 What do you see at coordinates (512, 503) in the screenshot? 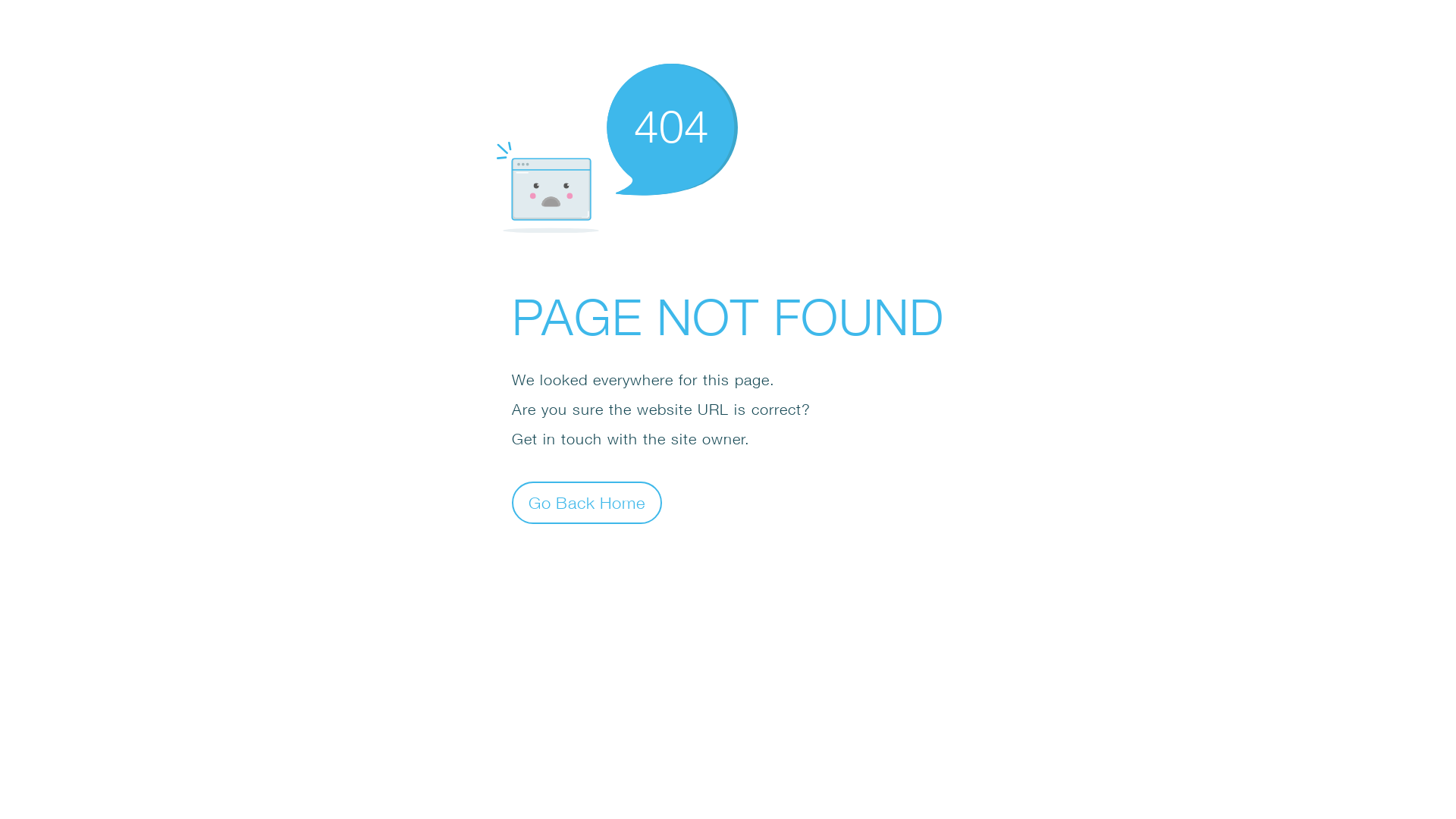
I see `'Go Back Home'` at bounding box center [512, 503].